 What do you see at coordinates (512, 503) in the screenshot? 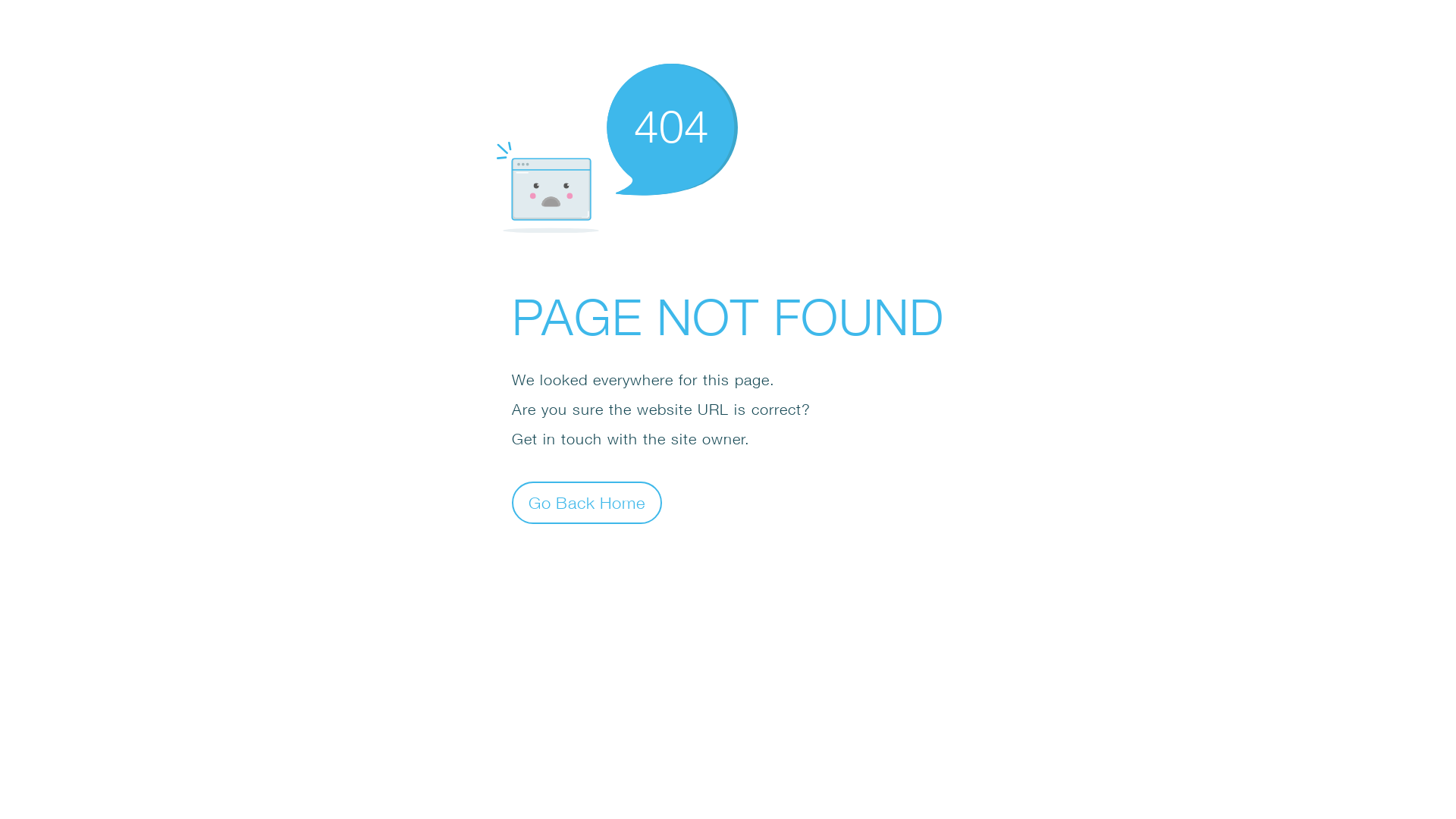
I see `'Go Back Home'` at bounding box center [512, 503].